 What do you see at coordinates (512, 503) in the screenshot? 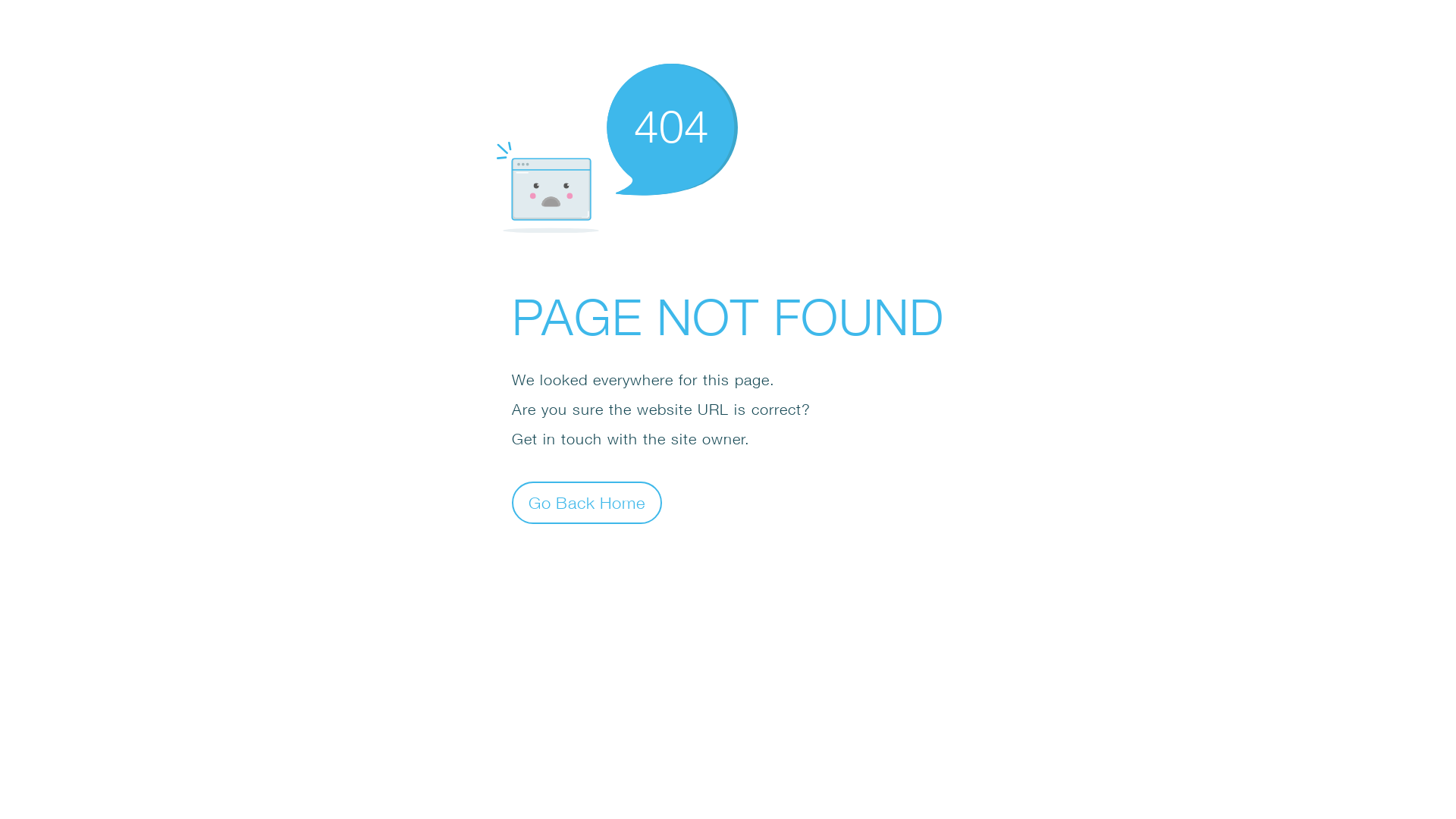
I see `'Go Back Home'` at bounding box center [512, 503].